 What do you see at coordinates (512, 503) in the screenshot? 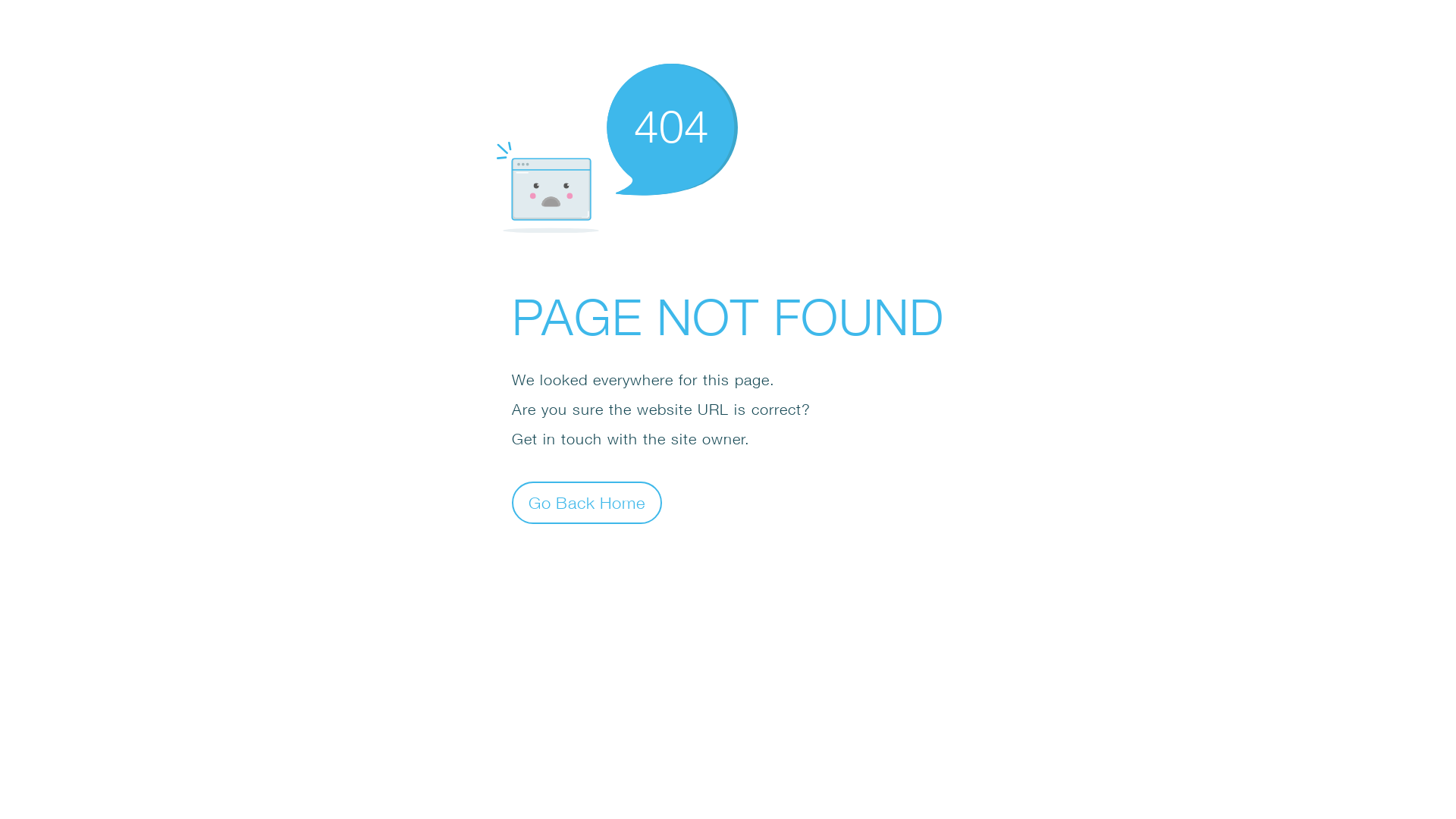
I see `'Go Back Home'` at bounding box center [512, 503].